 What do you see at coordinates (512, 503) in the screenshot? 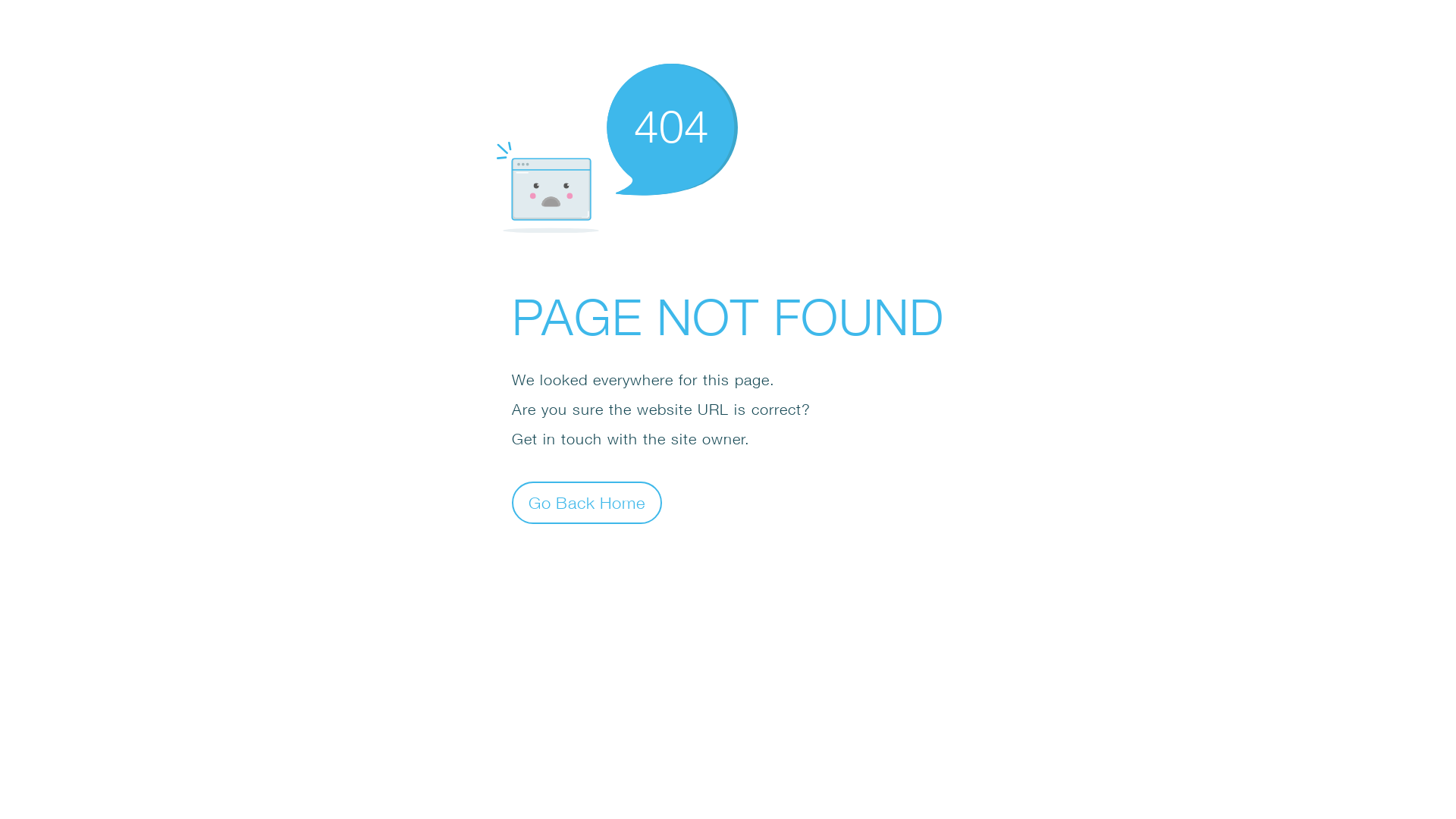
I see `'Go Back Home'` at bounding box center [512, 503].